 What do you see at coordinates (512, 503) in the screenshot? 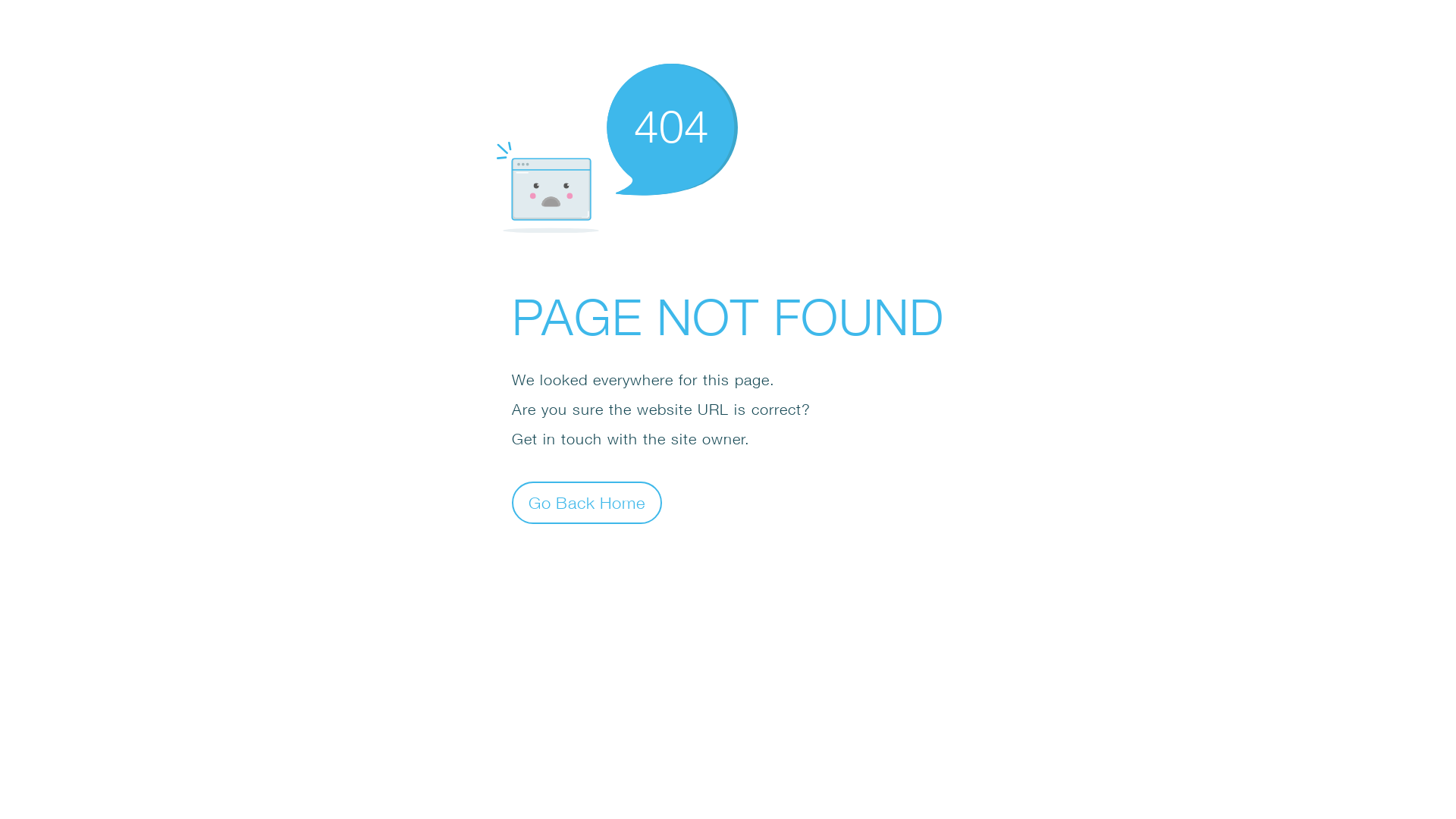
I see `'Go Back Home'` at bounding box center [512, 503].